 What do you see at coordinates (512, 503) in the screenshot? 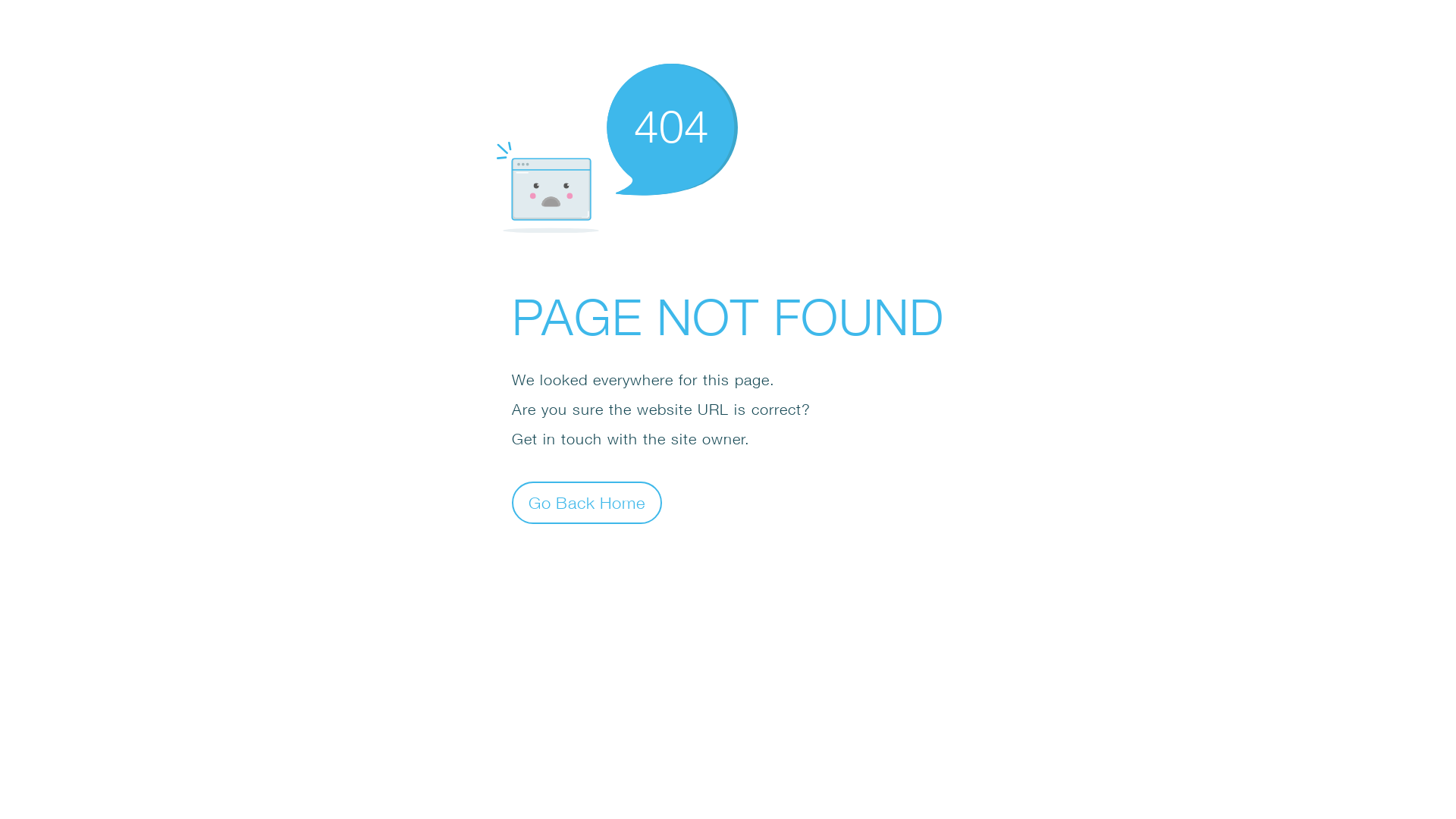
I see `'Go Back Home'` at bounding box center [512, 503].